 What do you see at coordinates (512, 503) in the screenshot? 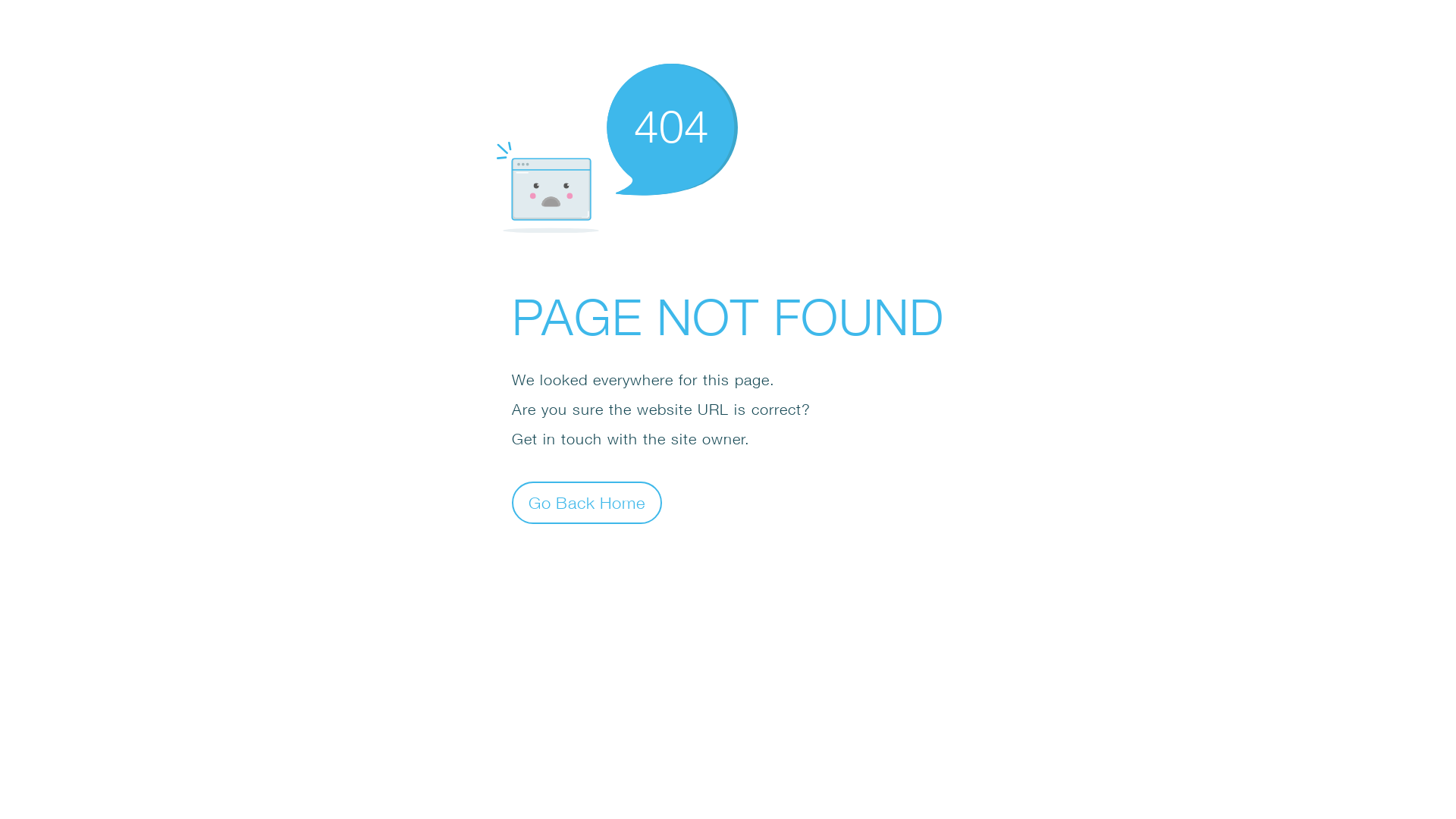
I see `'Go Back Home'` at bounding box center [512, 503].